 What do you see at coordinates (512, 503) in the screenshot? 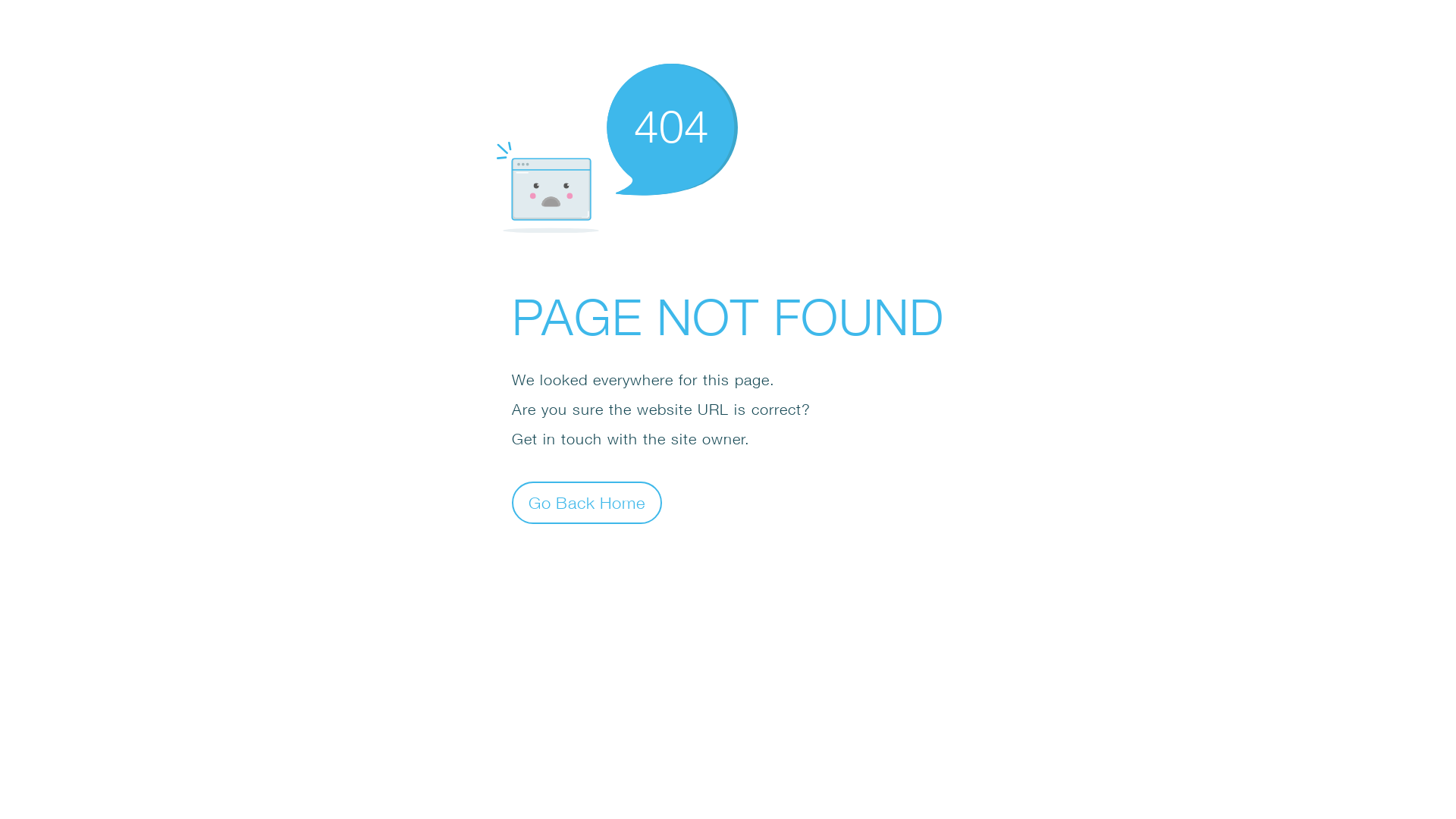
I see `'Go Back Home'` at bounding box center [512, 503].